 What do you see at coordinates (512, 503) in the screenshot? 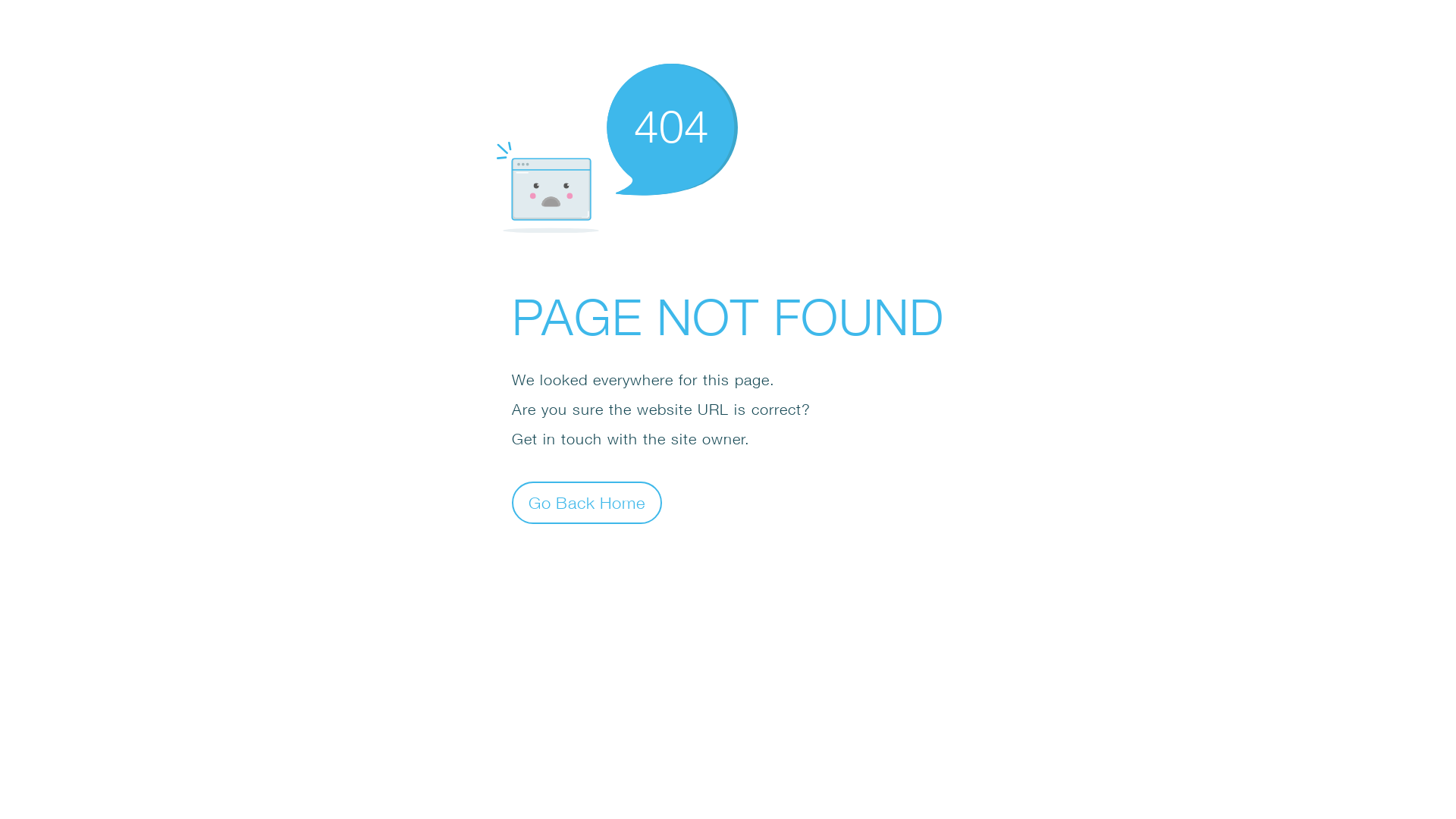
I see `'Go Back Home'` at bounding box center [512, 503].